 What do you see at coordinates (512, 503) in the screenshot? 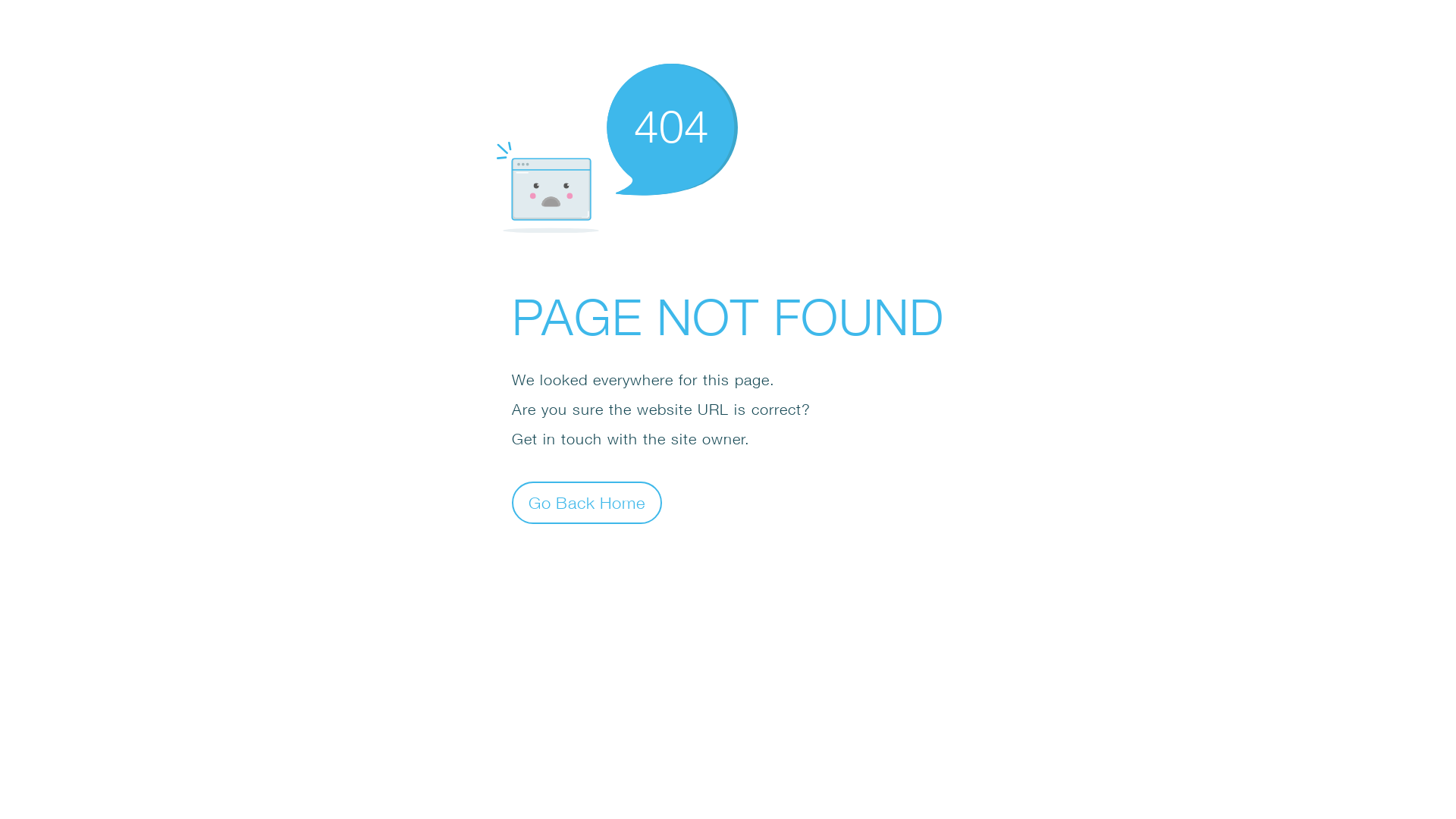
I see `'Go Back Home'` at bounding box center [512, 503].